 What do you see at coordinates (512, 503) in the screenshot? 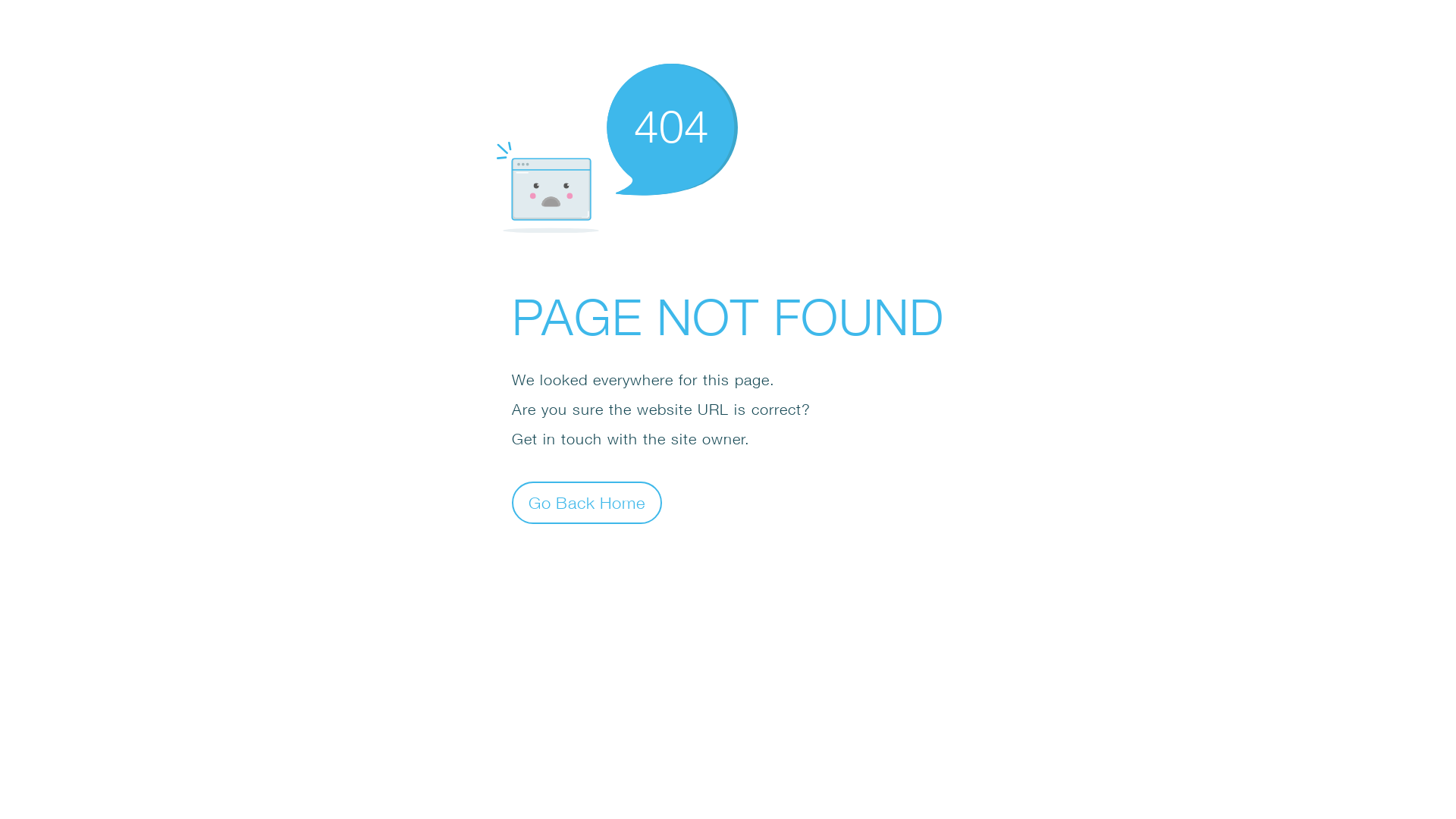
I see `'Go Back Home'` at bounding box center [512, 503].